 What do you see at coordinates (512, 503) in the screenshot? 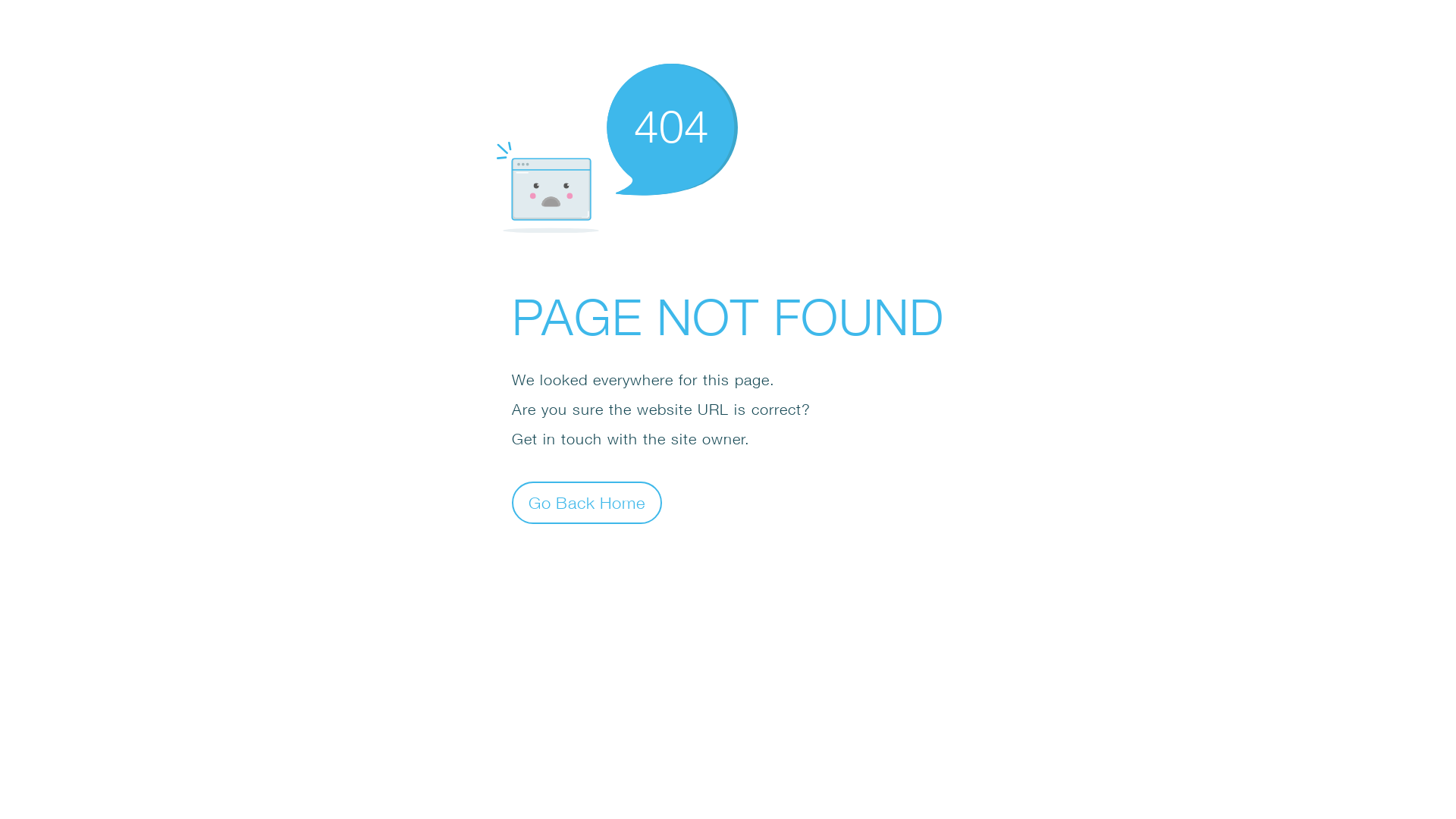
I see `'Go Back Home'` at bounding box center [512, 503].